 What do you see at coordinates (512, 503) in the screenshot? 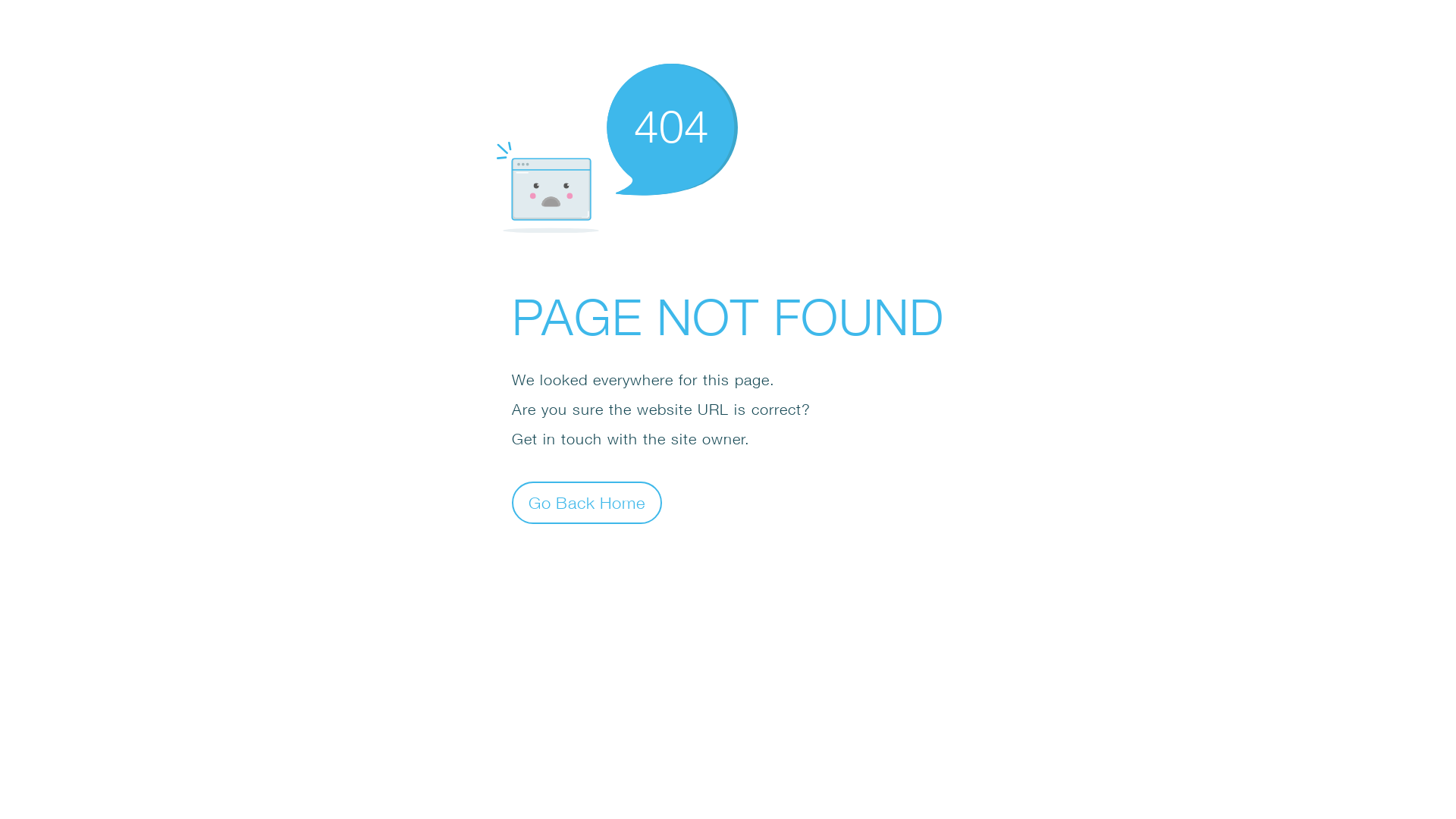
I see `'Go Back Home'` at bounding box center [512, 503].